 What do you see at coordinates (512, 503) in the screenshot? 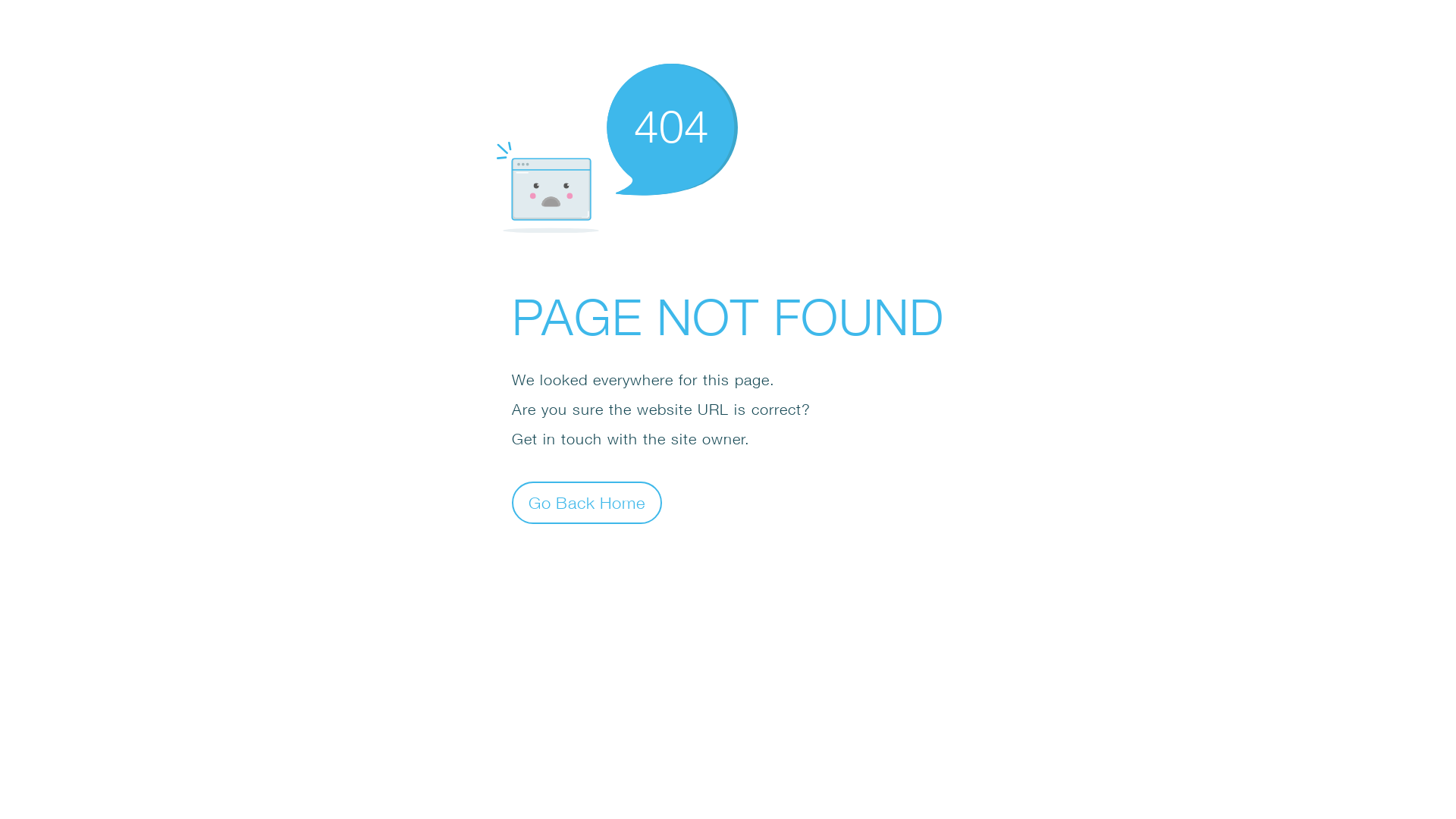
I see `'Go Back Home'` at bounding box center [512, 503].